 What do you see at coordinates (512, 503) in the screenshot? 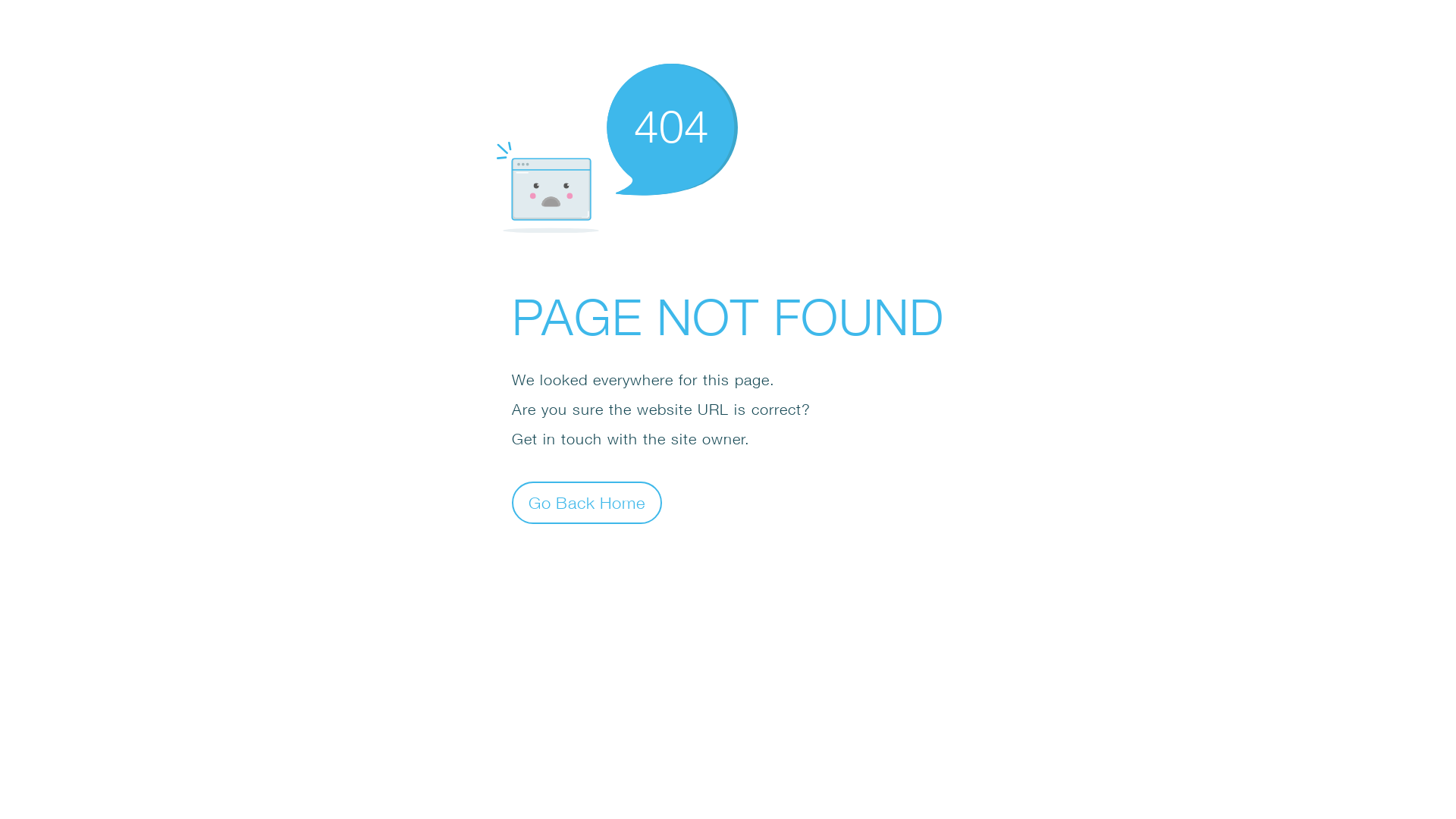
I see `'Go Back Home'` at bounding box center [512, 503].